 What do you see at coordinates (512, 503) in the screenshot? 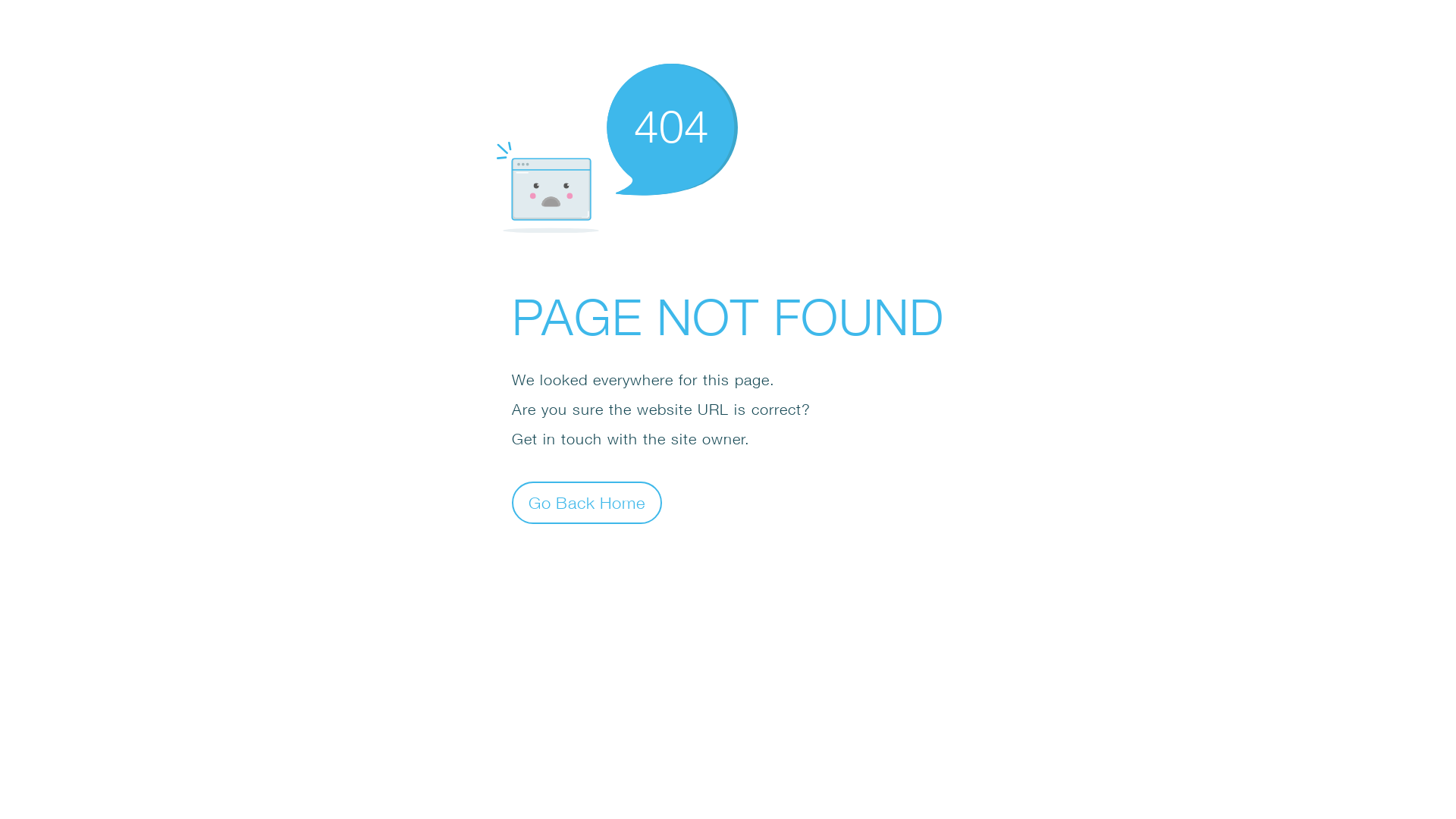
I see `'Go Back Home'` at bounding box center [512, 503].